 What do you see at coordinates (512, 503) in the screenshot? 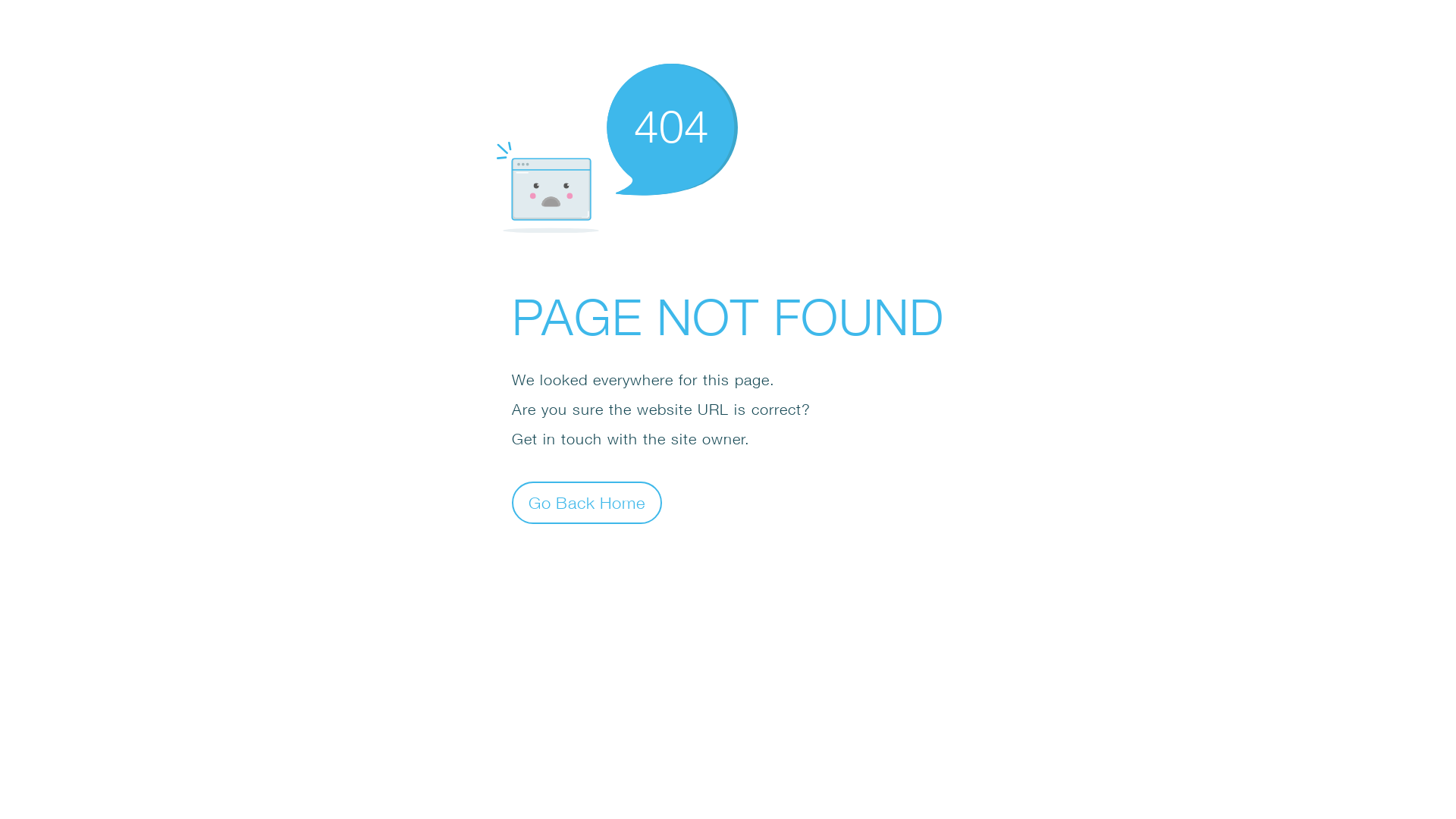
I see `'Go Back Home'` at bounding box center [512, 503].